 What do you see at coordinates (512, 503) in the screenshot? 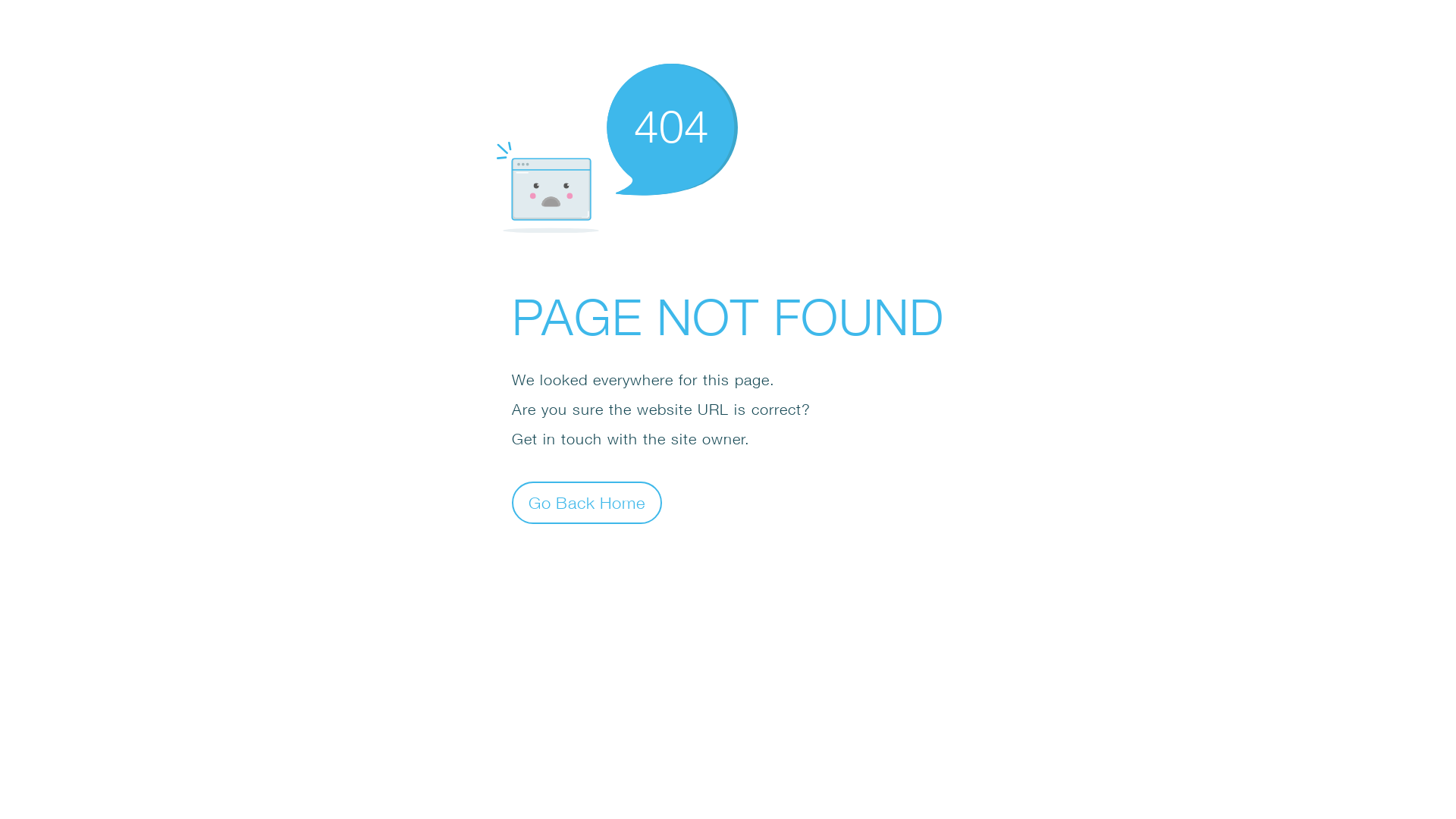
I see `'Go Back Home'` at bounding box center [512, 503].